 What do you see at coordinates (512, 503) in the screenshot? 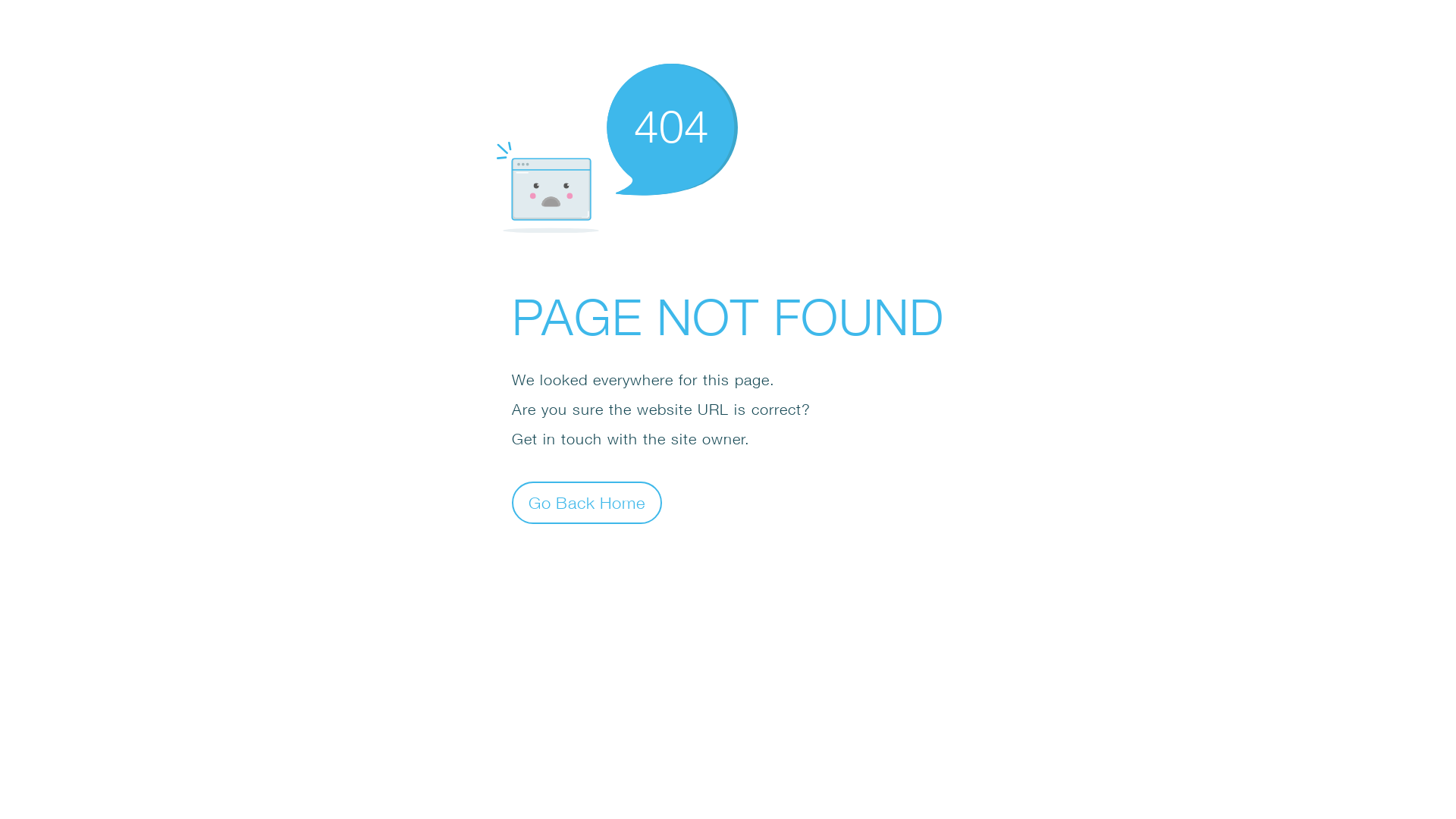
I see `'Go Back Home'` at bounding box center [512, 503].